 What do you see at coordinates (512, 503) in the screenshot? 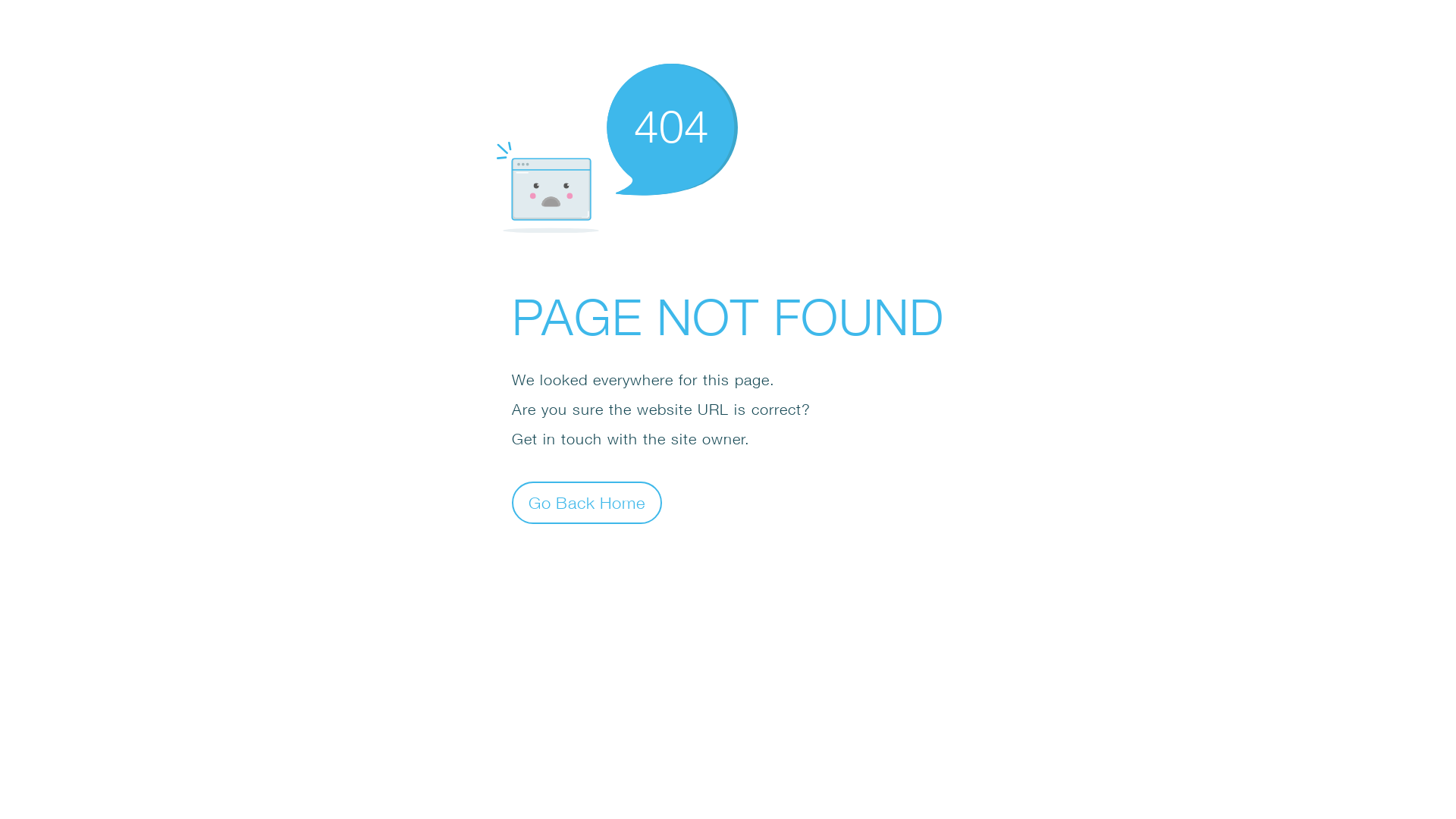
I see `'Go Back Home'` at bounding box center [512, 503].